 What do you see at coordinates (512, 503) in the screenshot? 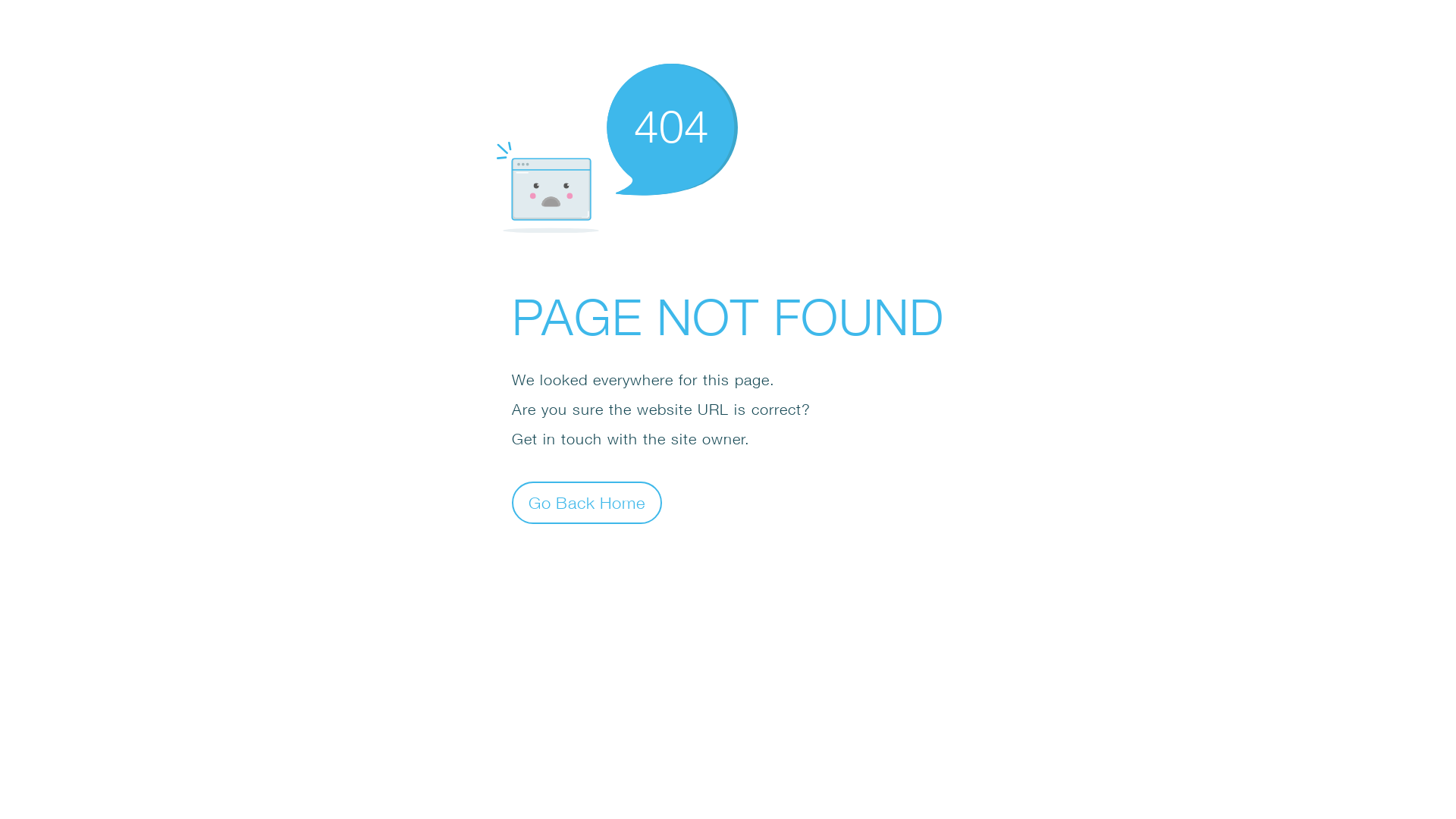
I see `'Go Back Home'` at bounding box center [512, 503].